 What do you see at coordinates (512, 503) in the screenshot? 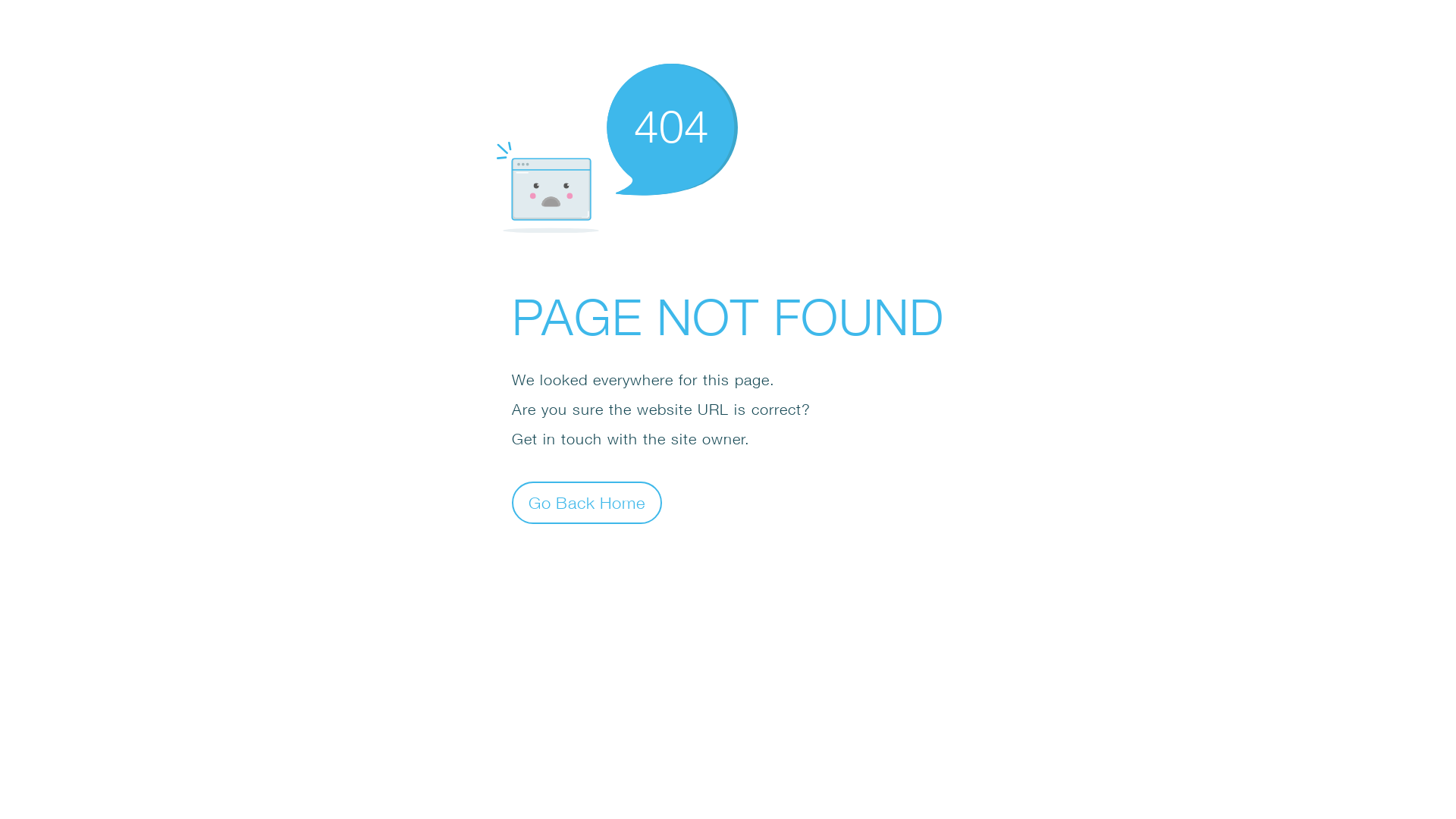
I see `'Go Back Home'` at bounding box center [512, 503].